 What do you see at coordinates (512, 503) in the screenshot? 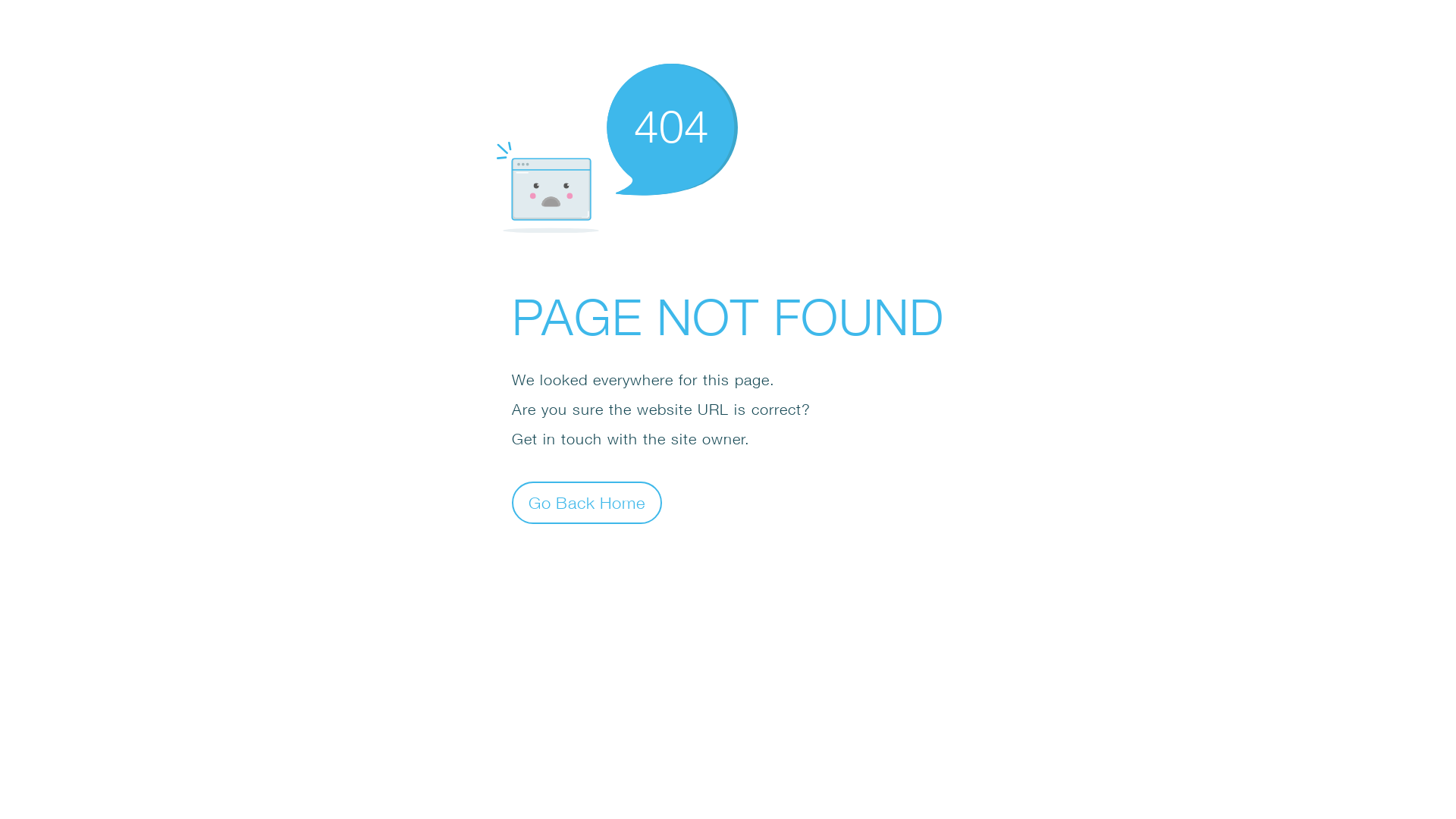
I see `'Go Back Home'` at bounding box center [512, 503].